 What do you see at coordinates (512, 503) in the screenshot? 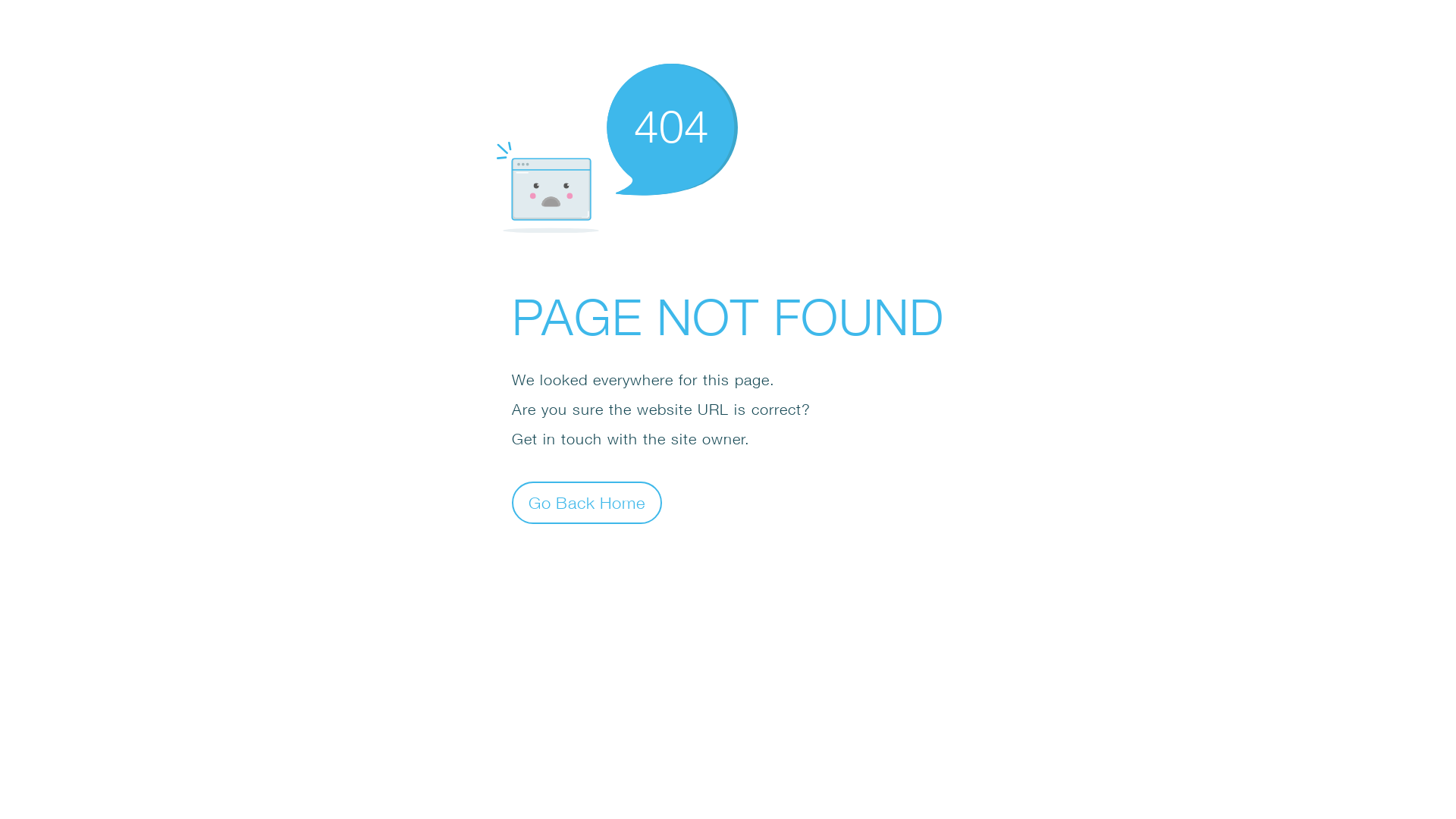
I see `'Go Back Home'` at bounding box center [512, 503].